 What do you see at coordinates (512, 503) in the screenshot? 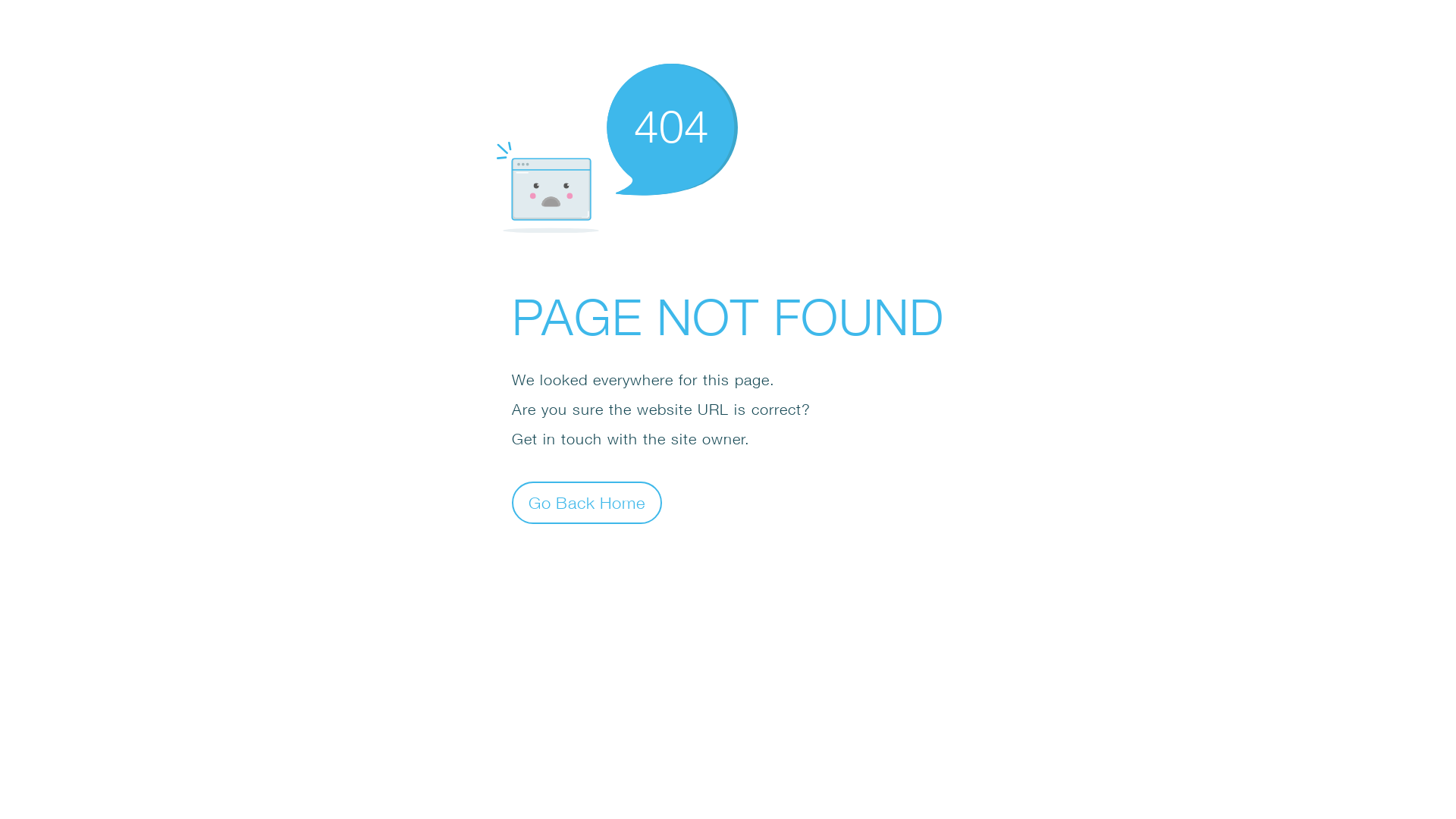
I see `'Go Back Home'` at bounding box center [512, 503].